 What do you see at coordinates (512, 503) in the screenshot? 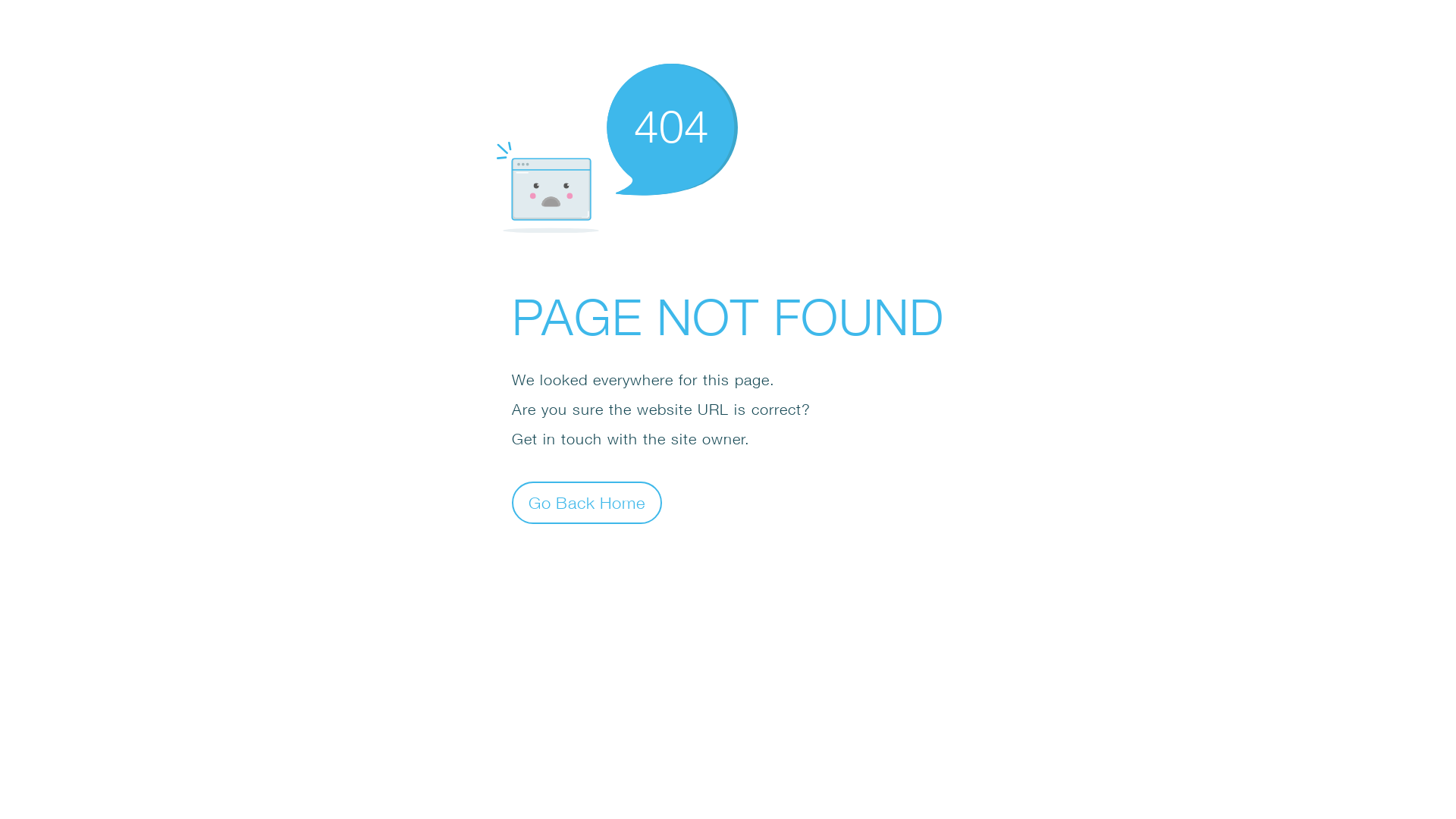
I see `'Go Back Home'` at bounding box center [512, 503].